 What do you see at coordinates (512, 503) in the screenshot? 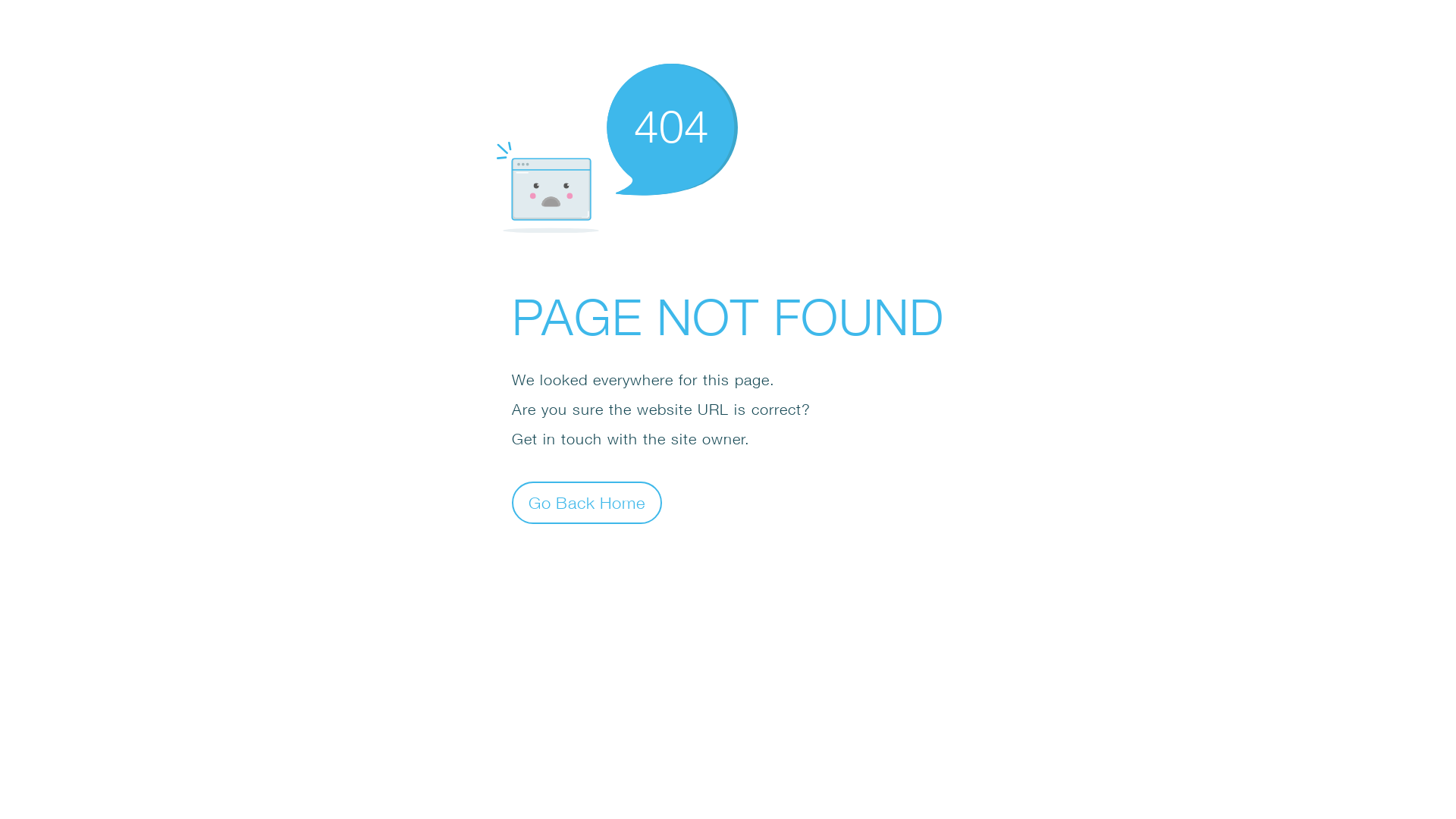
I see `'Go Back Home'` at bounding box center [512, 503].